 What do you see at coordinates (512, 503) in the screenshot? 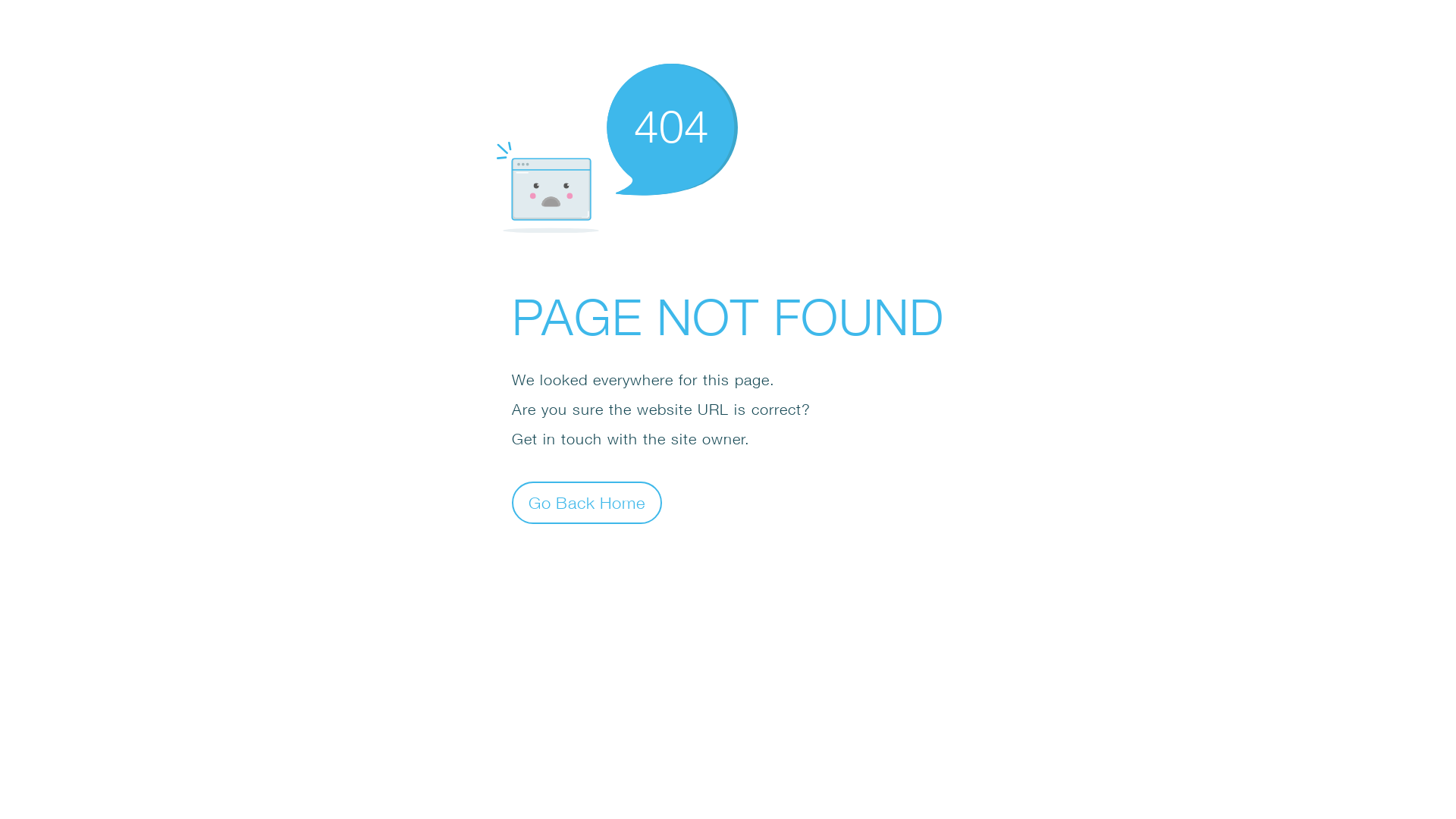
I see `'Go Back Home'` at bounding box center [512, 503].